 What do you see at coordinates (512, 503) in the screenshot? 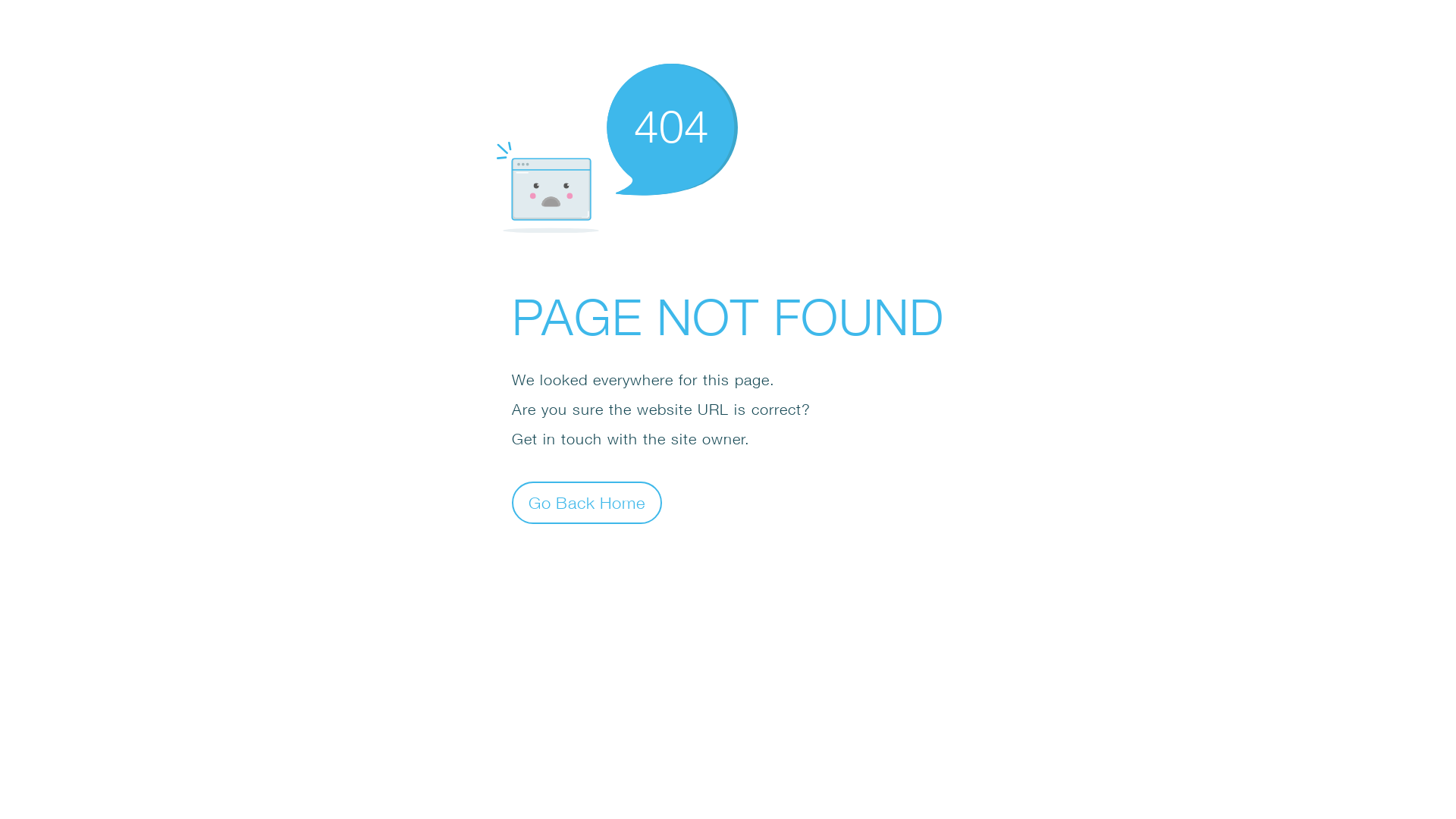
I see `'Go Back Home'` at bounding box center [512, 503].